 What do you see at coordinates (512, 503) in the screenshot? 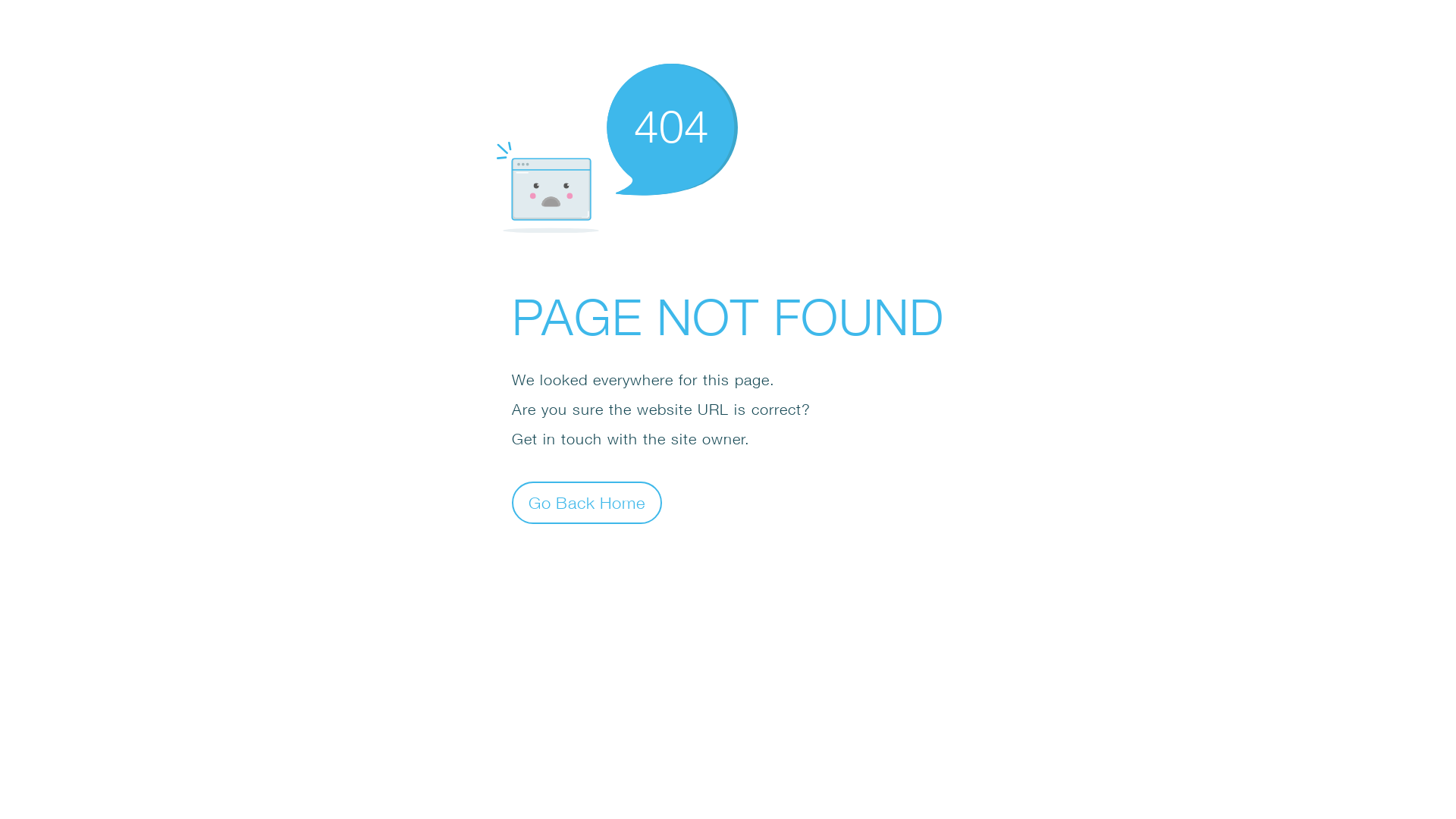
I see `'Go Back Home'` at bounding box center [512, 503].